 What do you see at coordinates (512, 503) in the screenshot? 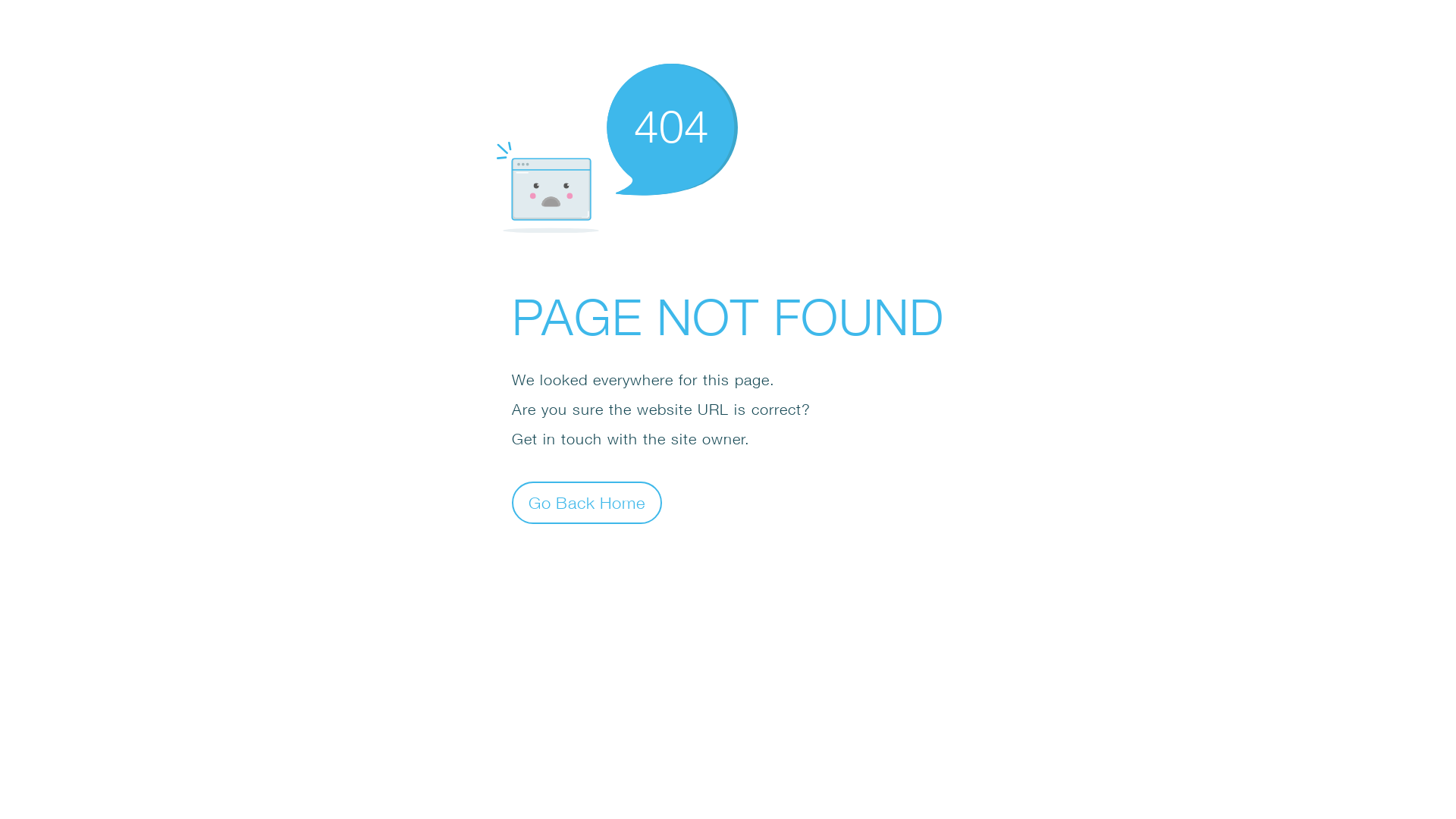
I see `'Go Back Home'` at bounding box center [512, 503].